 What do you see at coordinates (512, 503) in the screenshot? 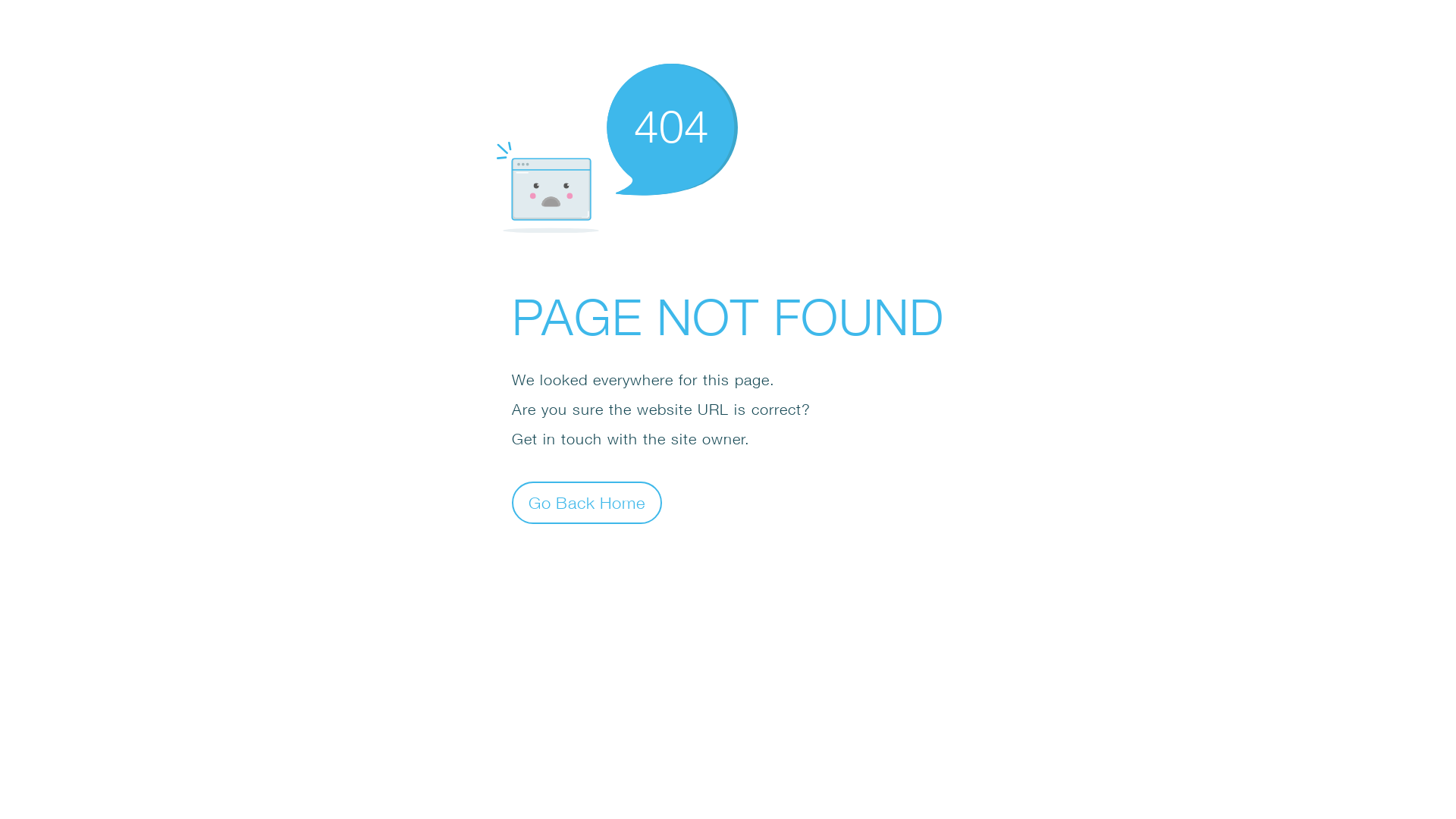
I see `'Go Back Home'` at bounding box center [512, 503].